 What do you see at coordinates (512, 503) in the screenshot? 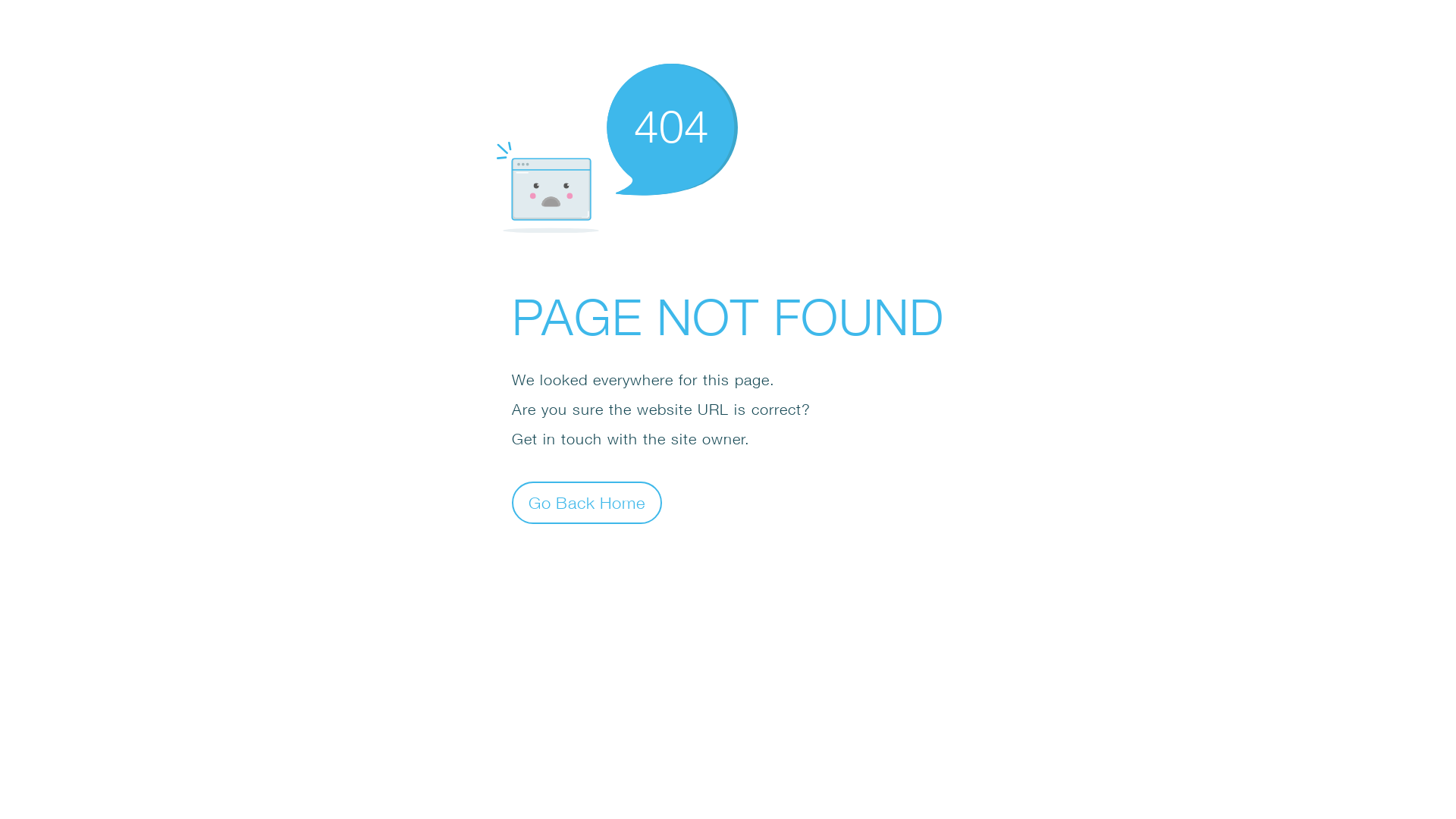
I see `'Go Back Home'` at bounding box center [512, 503].